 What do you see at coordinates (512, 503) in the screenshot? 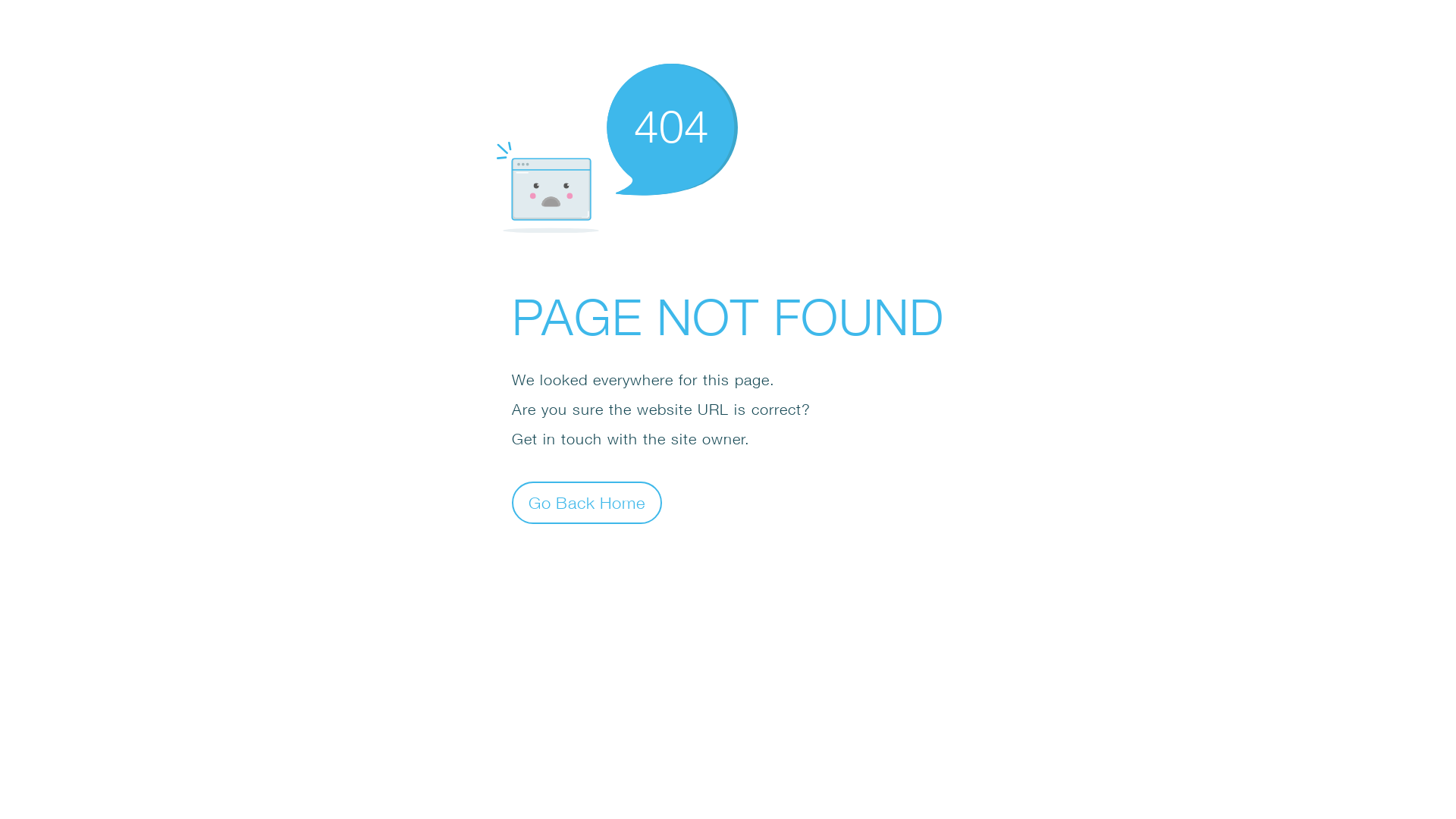
I see `'Go Back Home'` at bounding box center [512, 503].